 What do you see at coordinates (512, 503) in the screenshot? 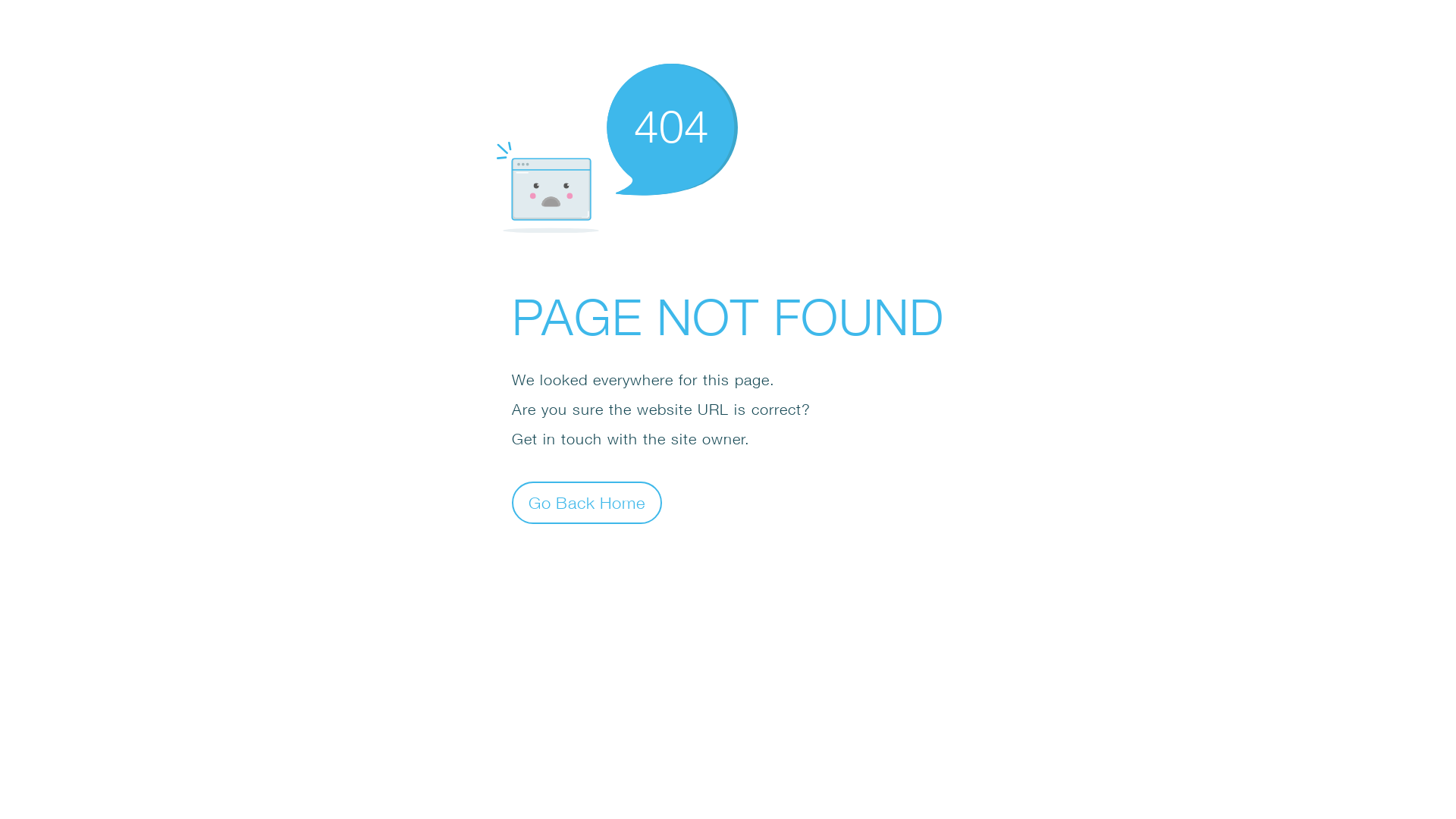
I see `'Go Back Home'` at bounding box center [512, 503].